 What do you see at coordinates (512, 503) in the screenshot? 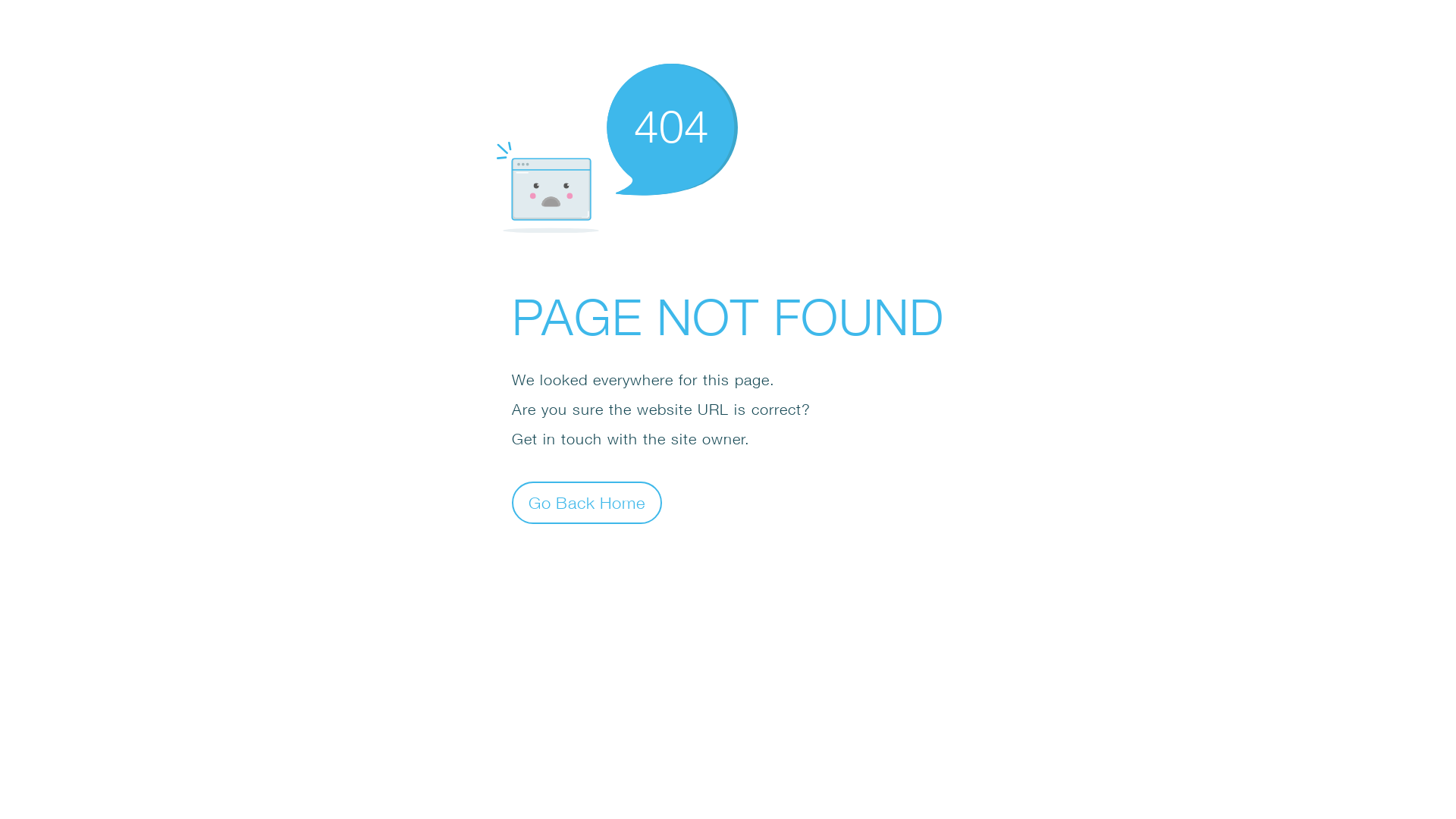
I see `'Go Back Home'` at bounding box center [512, 503].